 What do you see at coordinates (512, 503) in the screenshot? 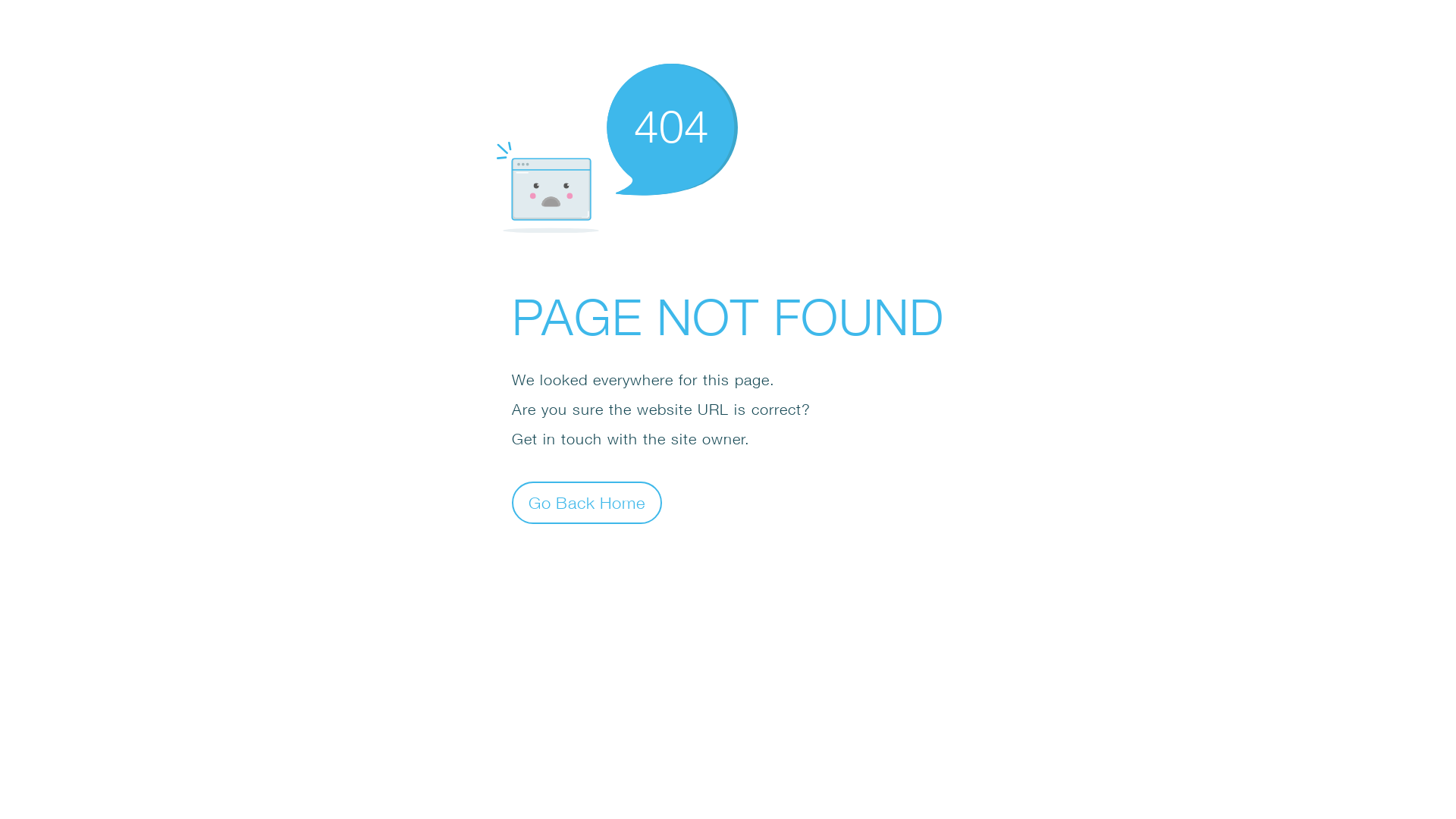
I see `'Go Back Home'` at bounding box center [512, 503].